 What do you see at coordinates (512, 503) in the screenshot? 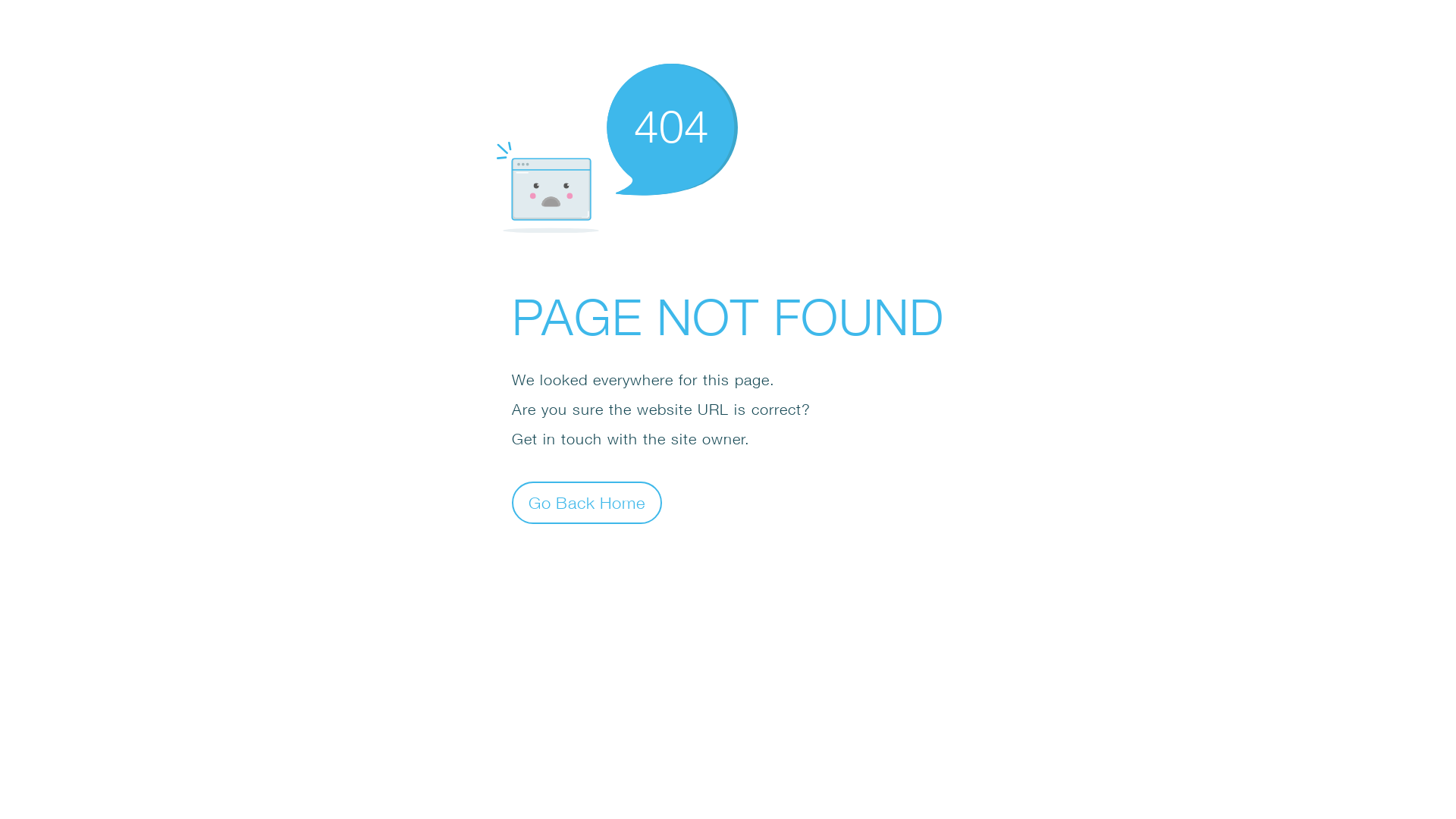
I see `'Go Back Home'` at bounding box center [512, 503].